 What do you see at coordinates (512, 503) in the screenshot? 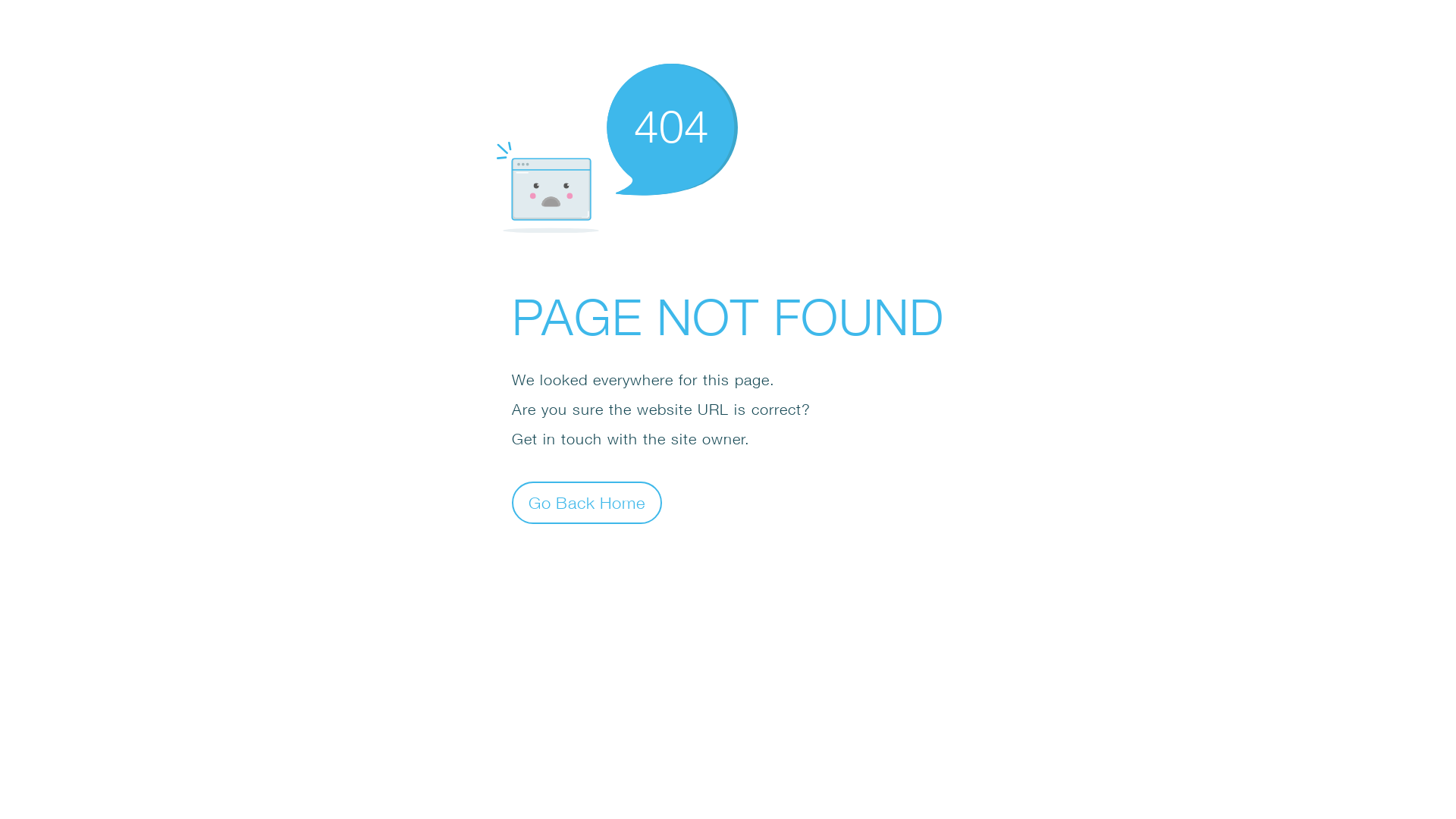
I see `'Go Back Home'` at bounding box center [512, 503].